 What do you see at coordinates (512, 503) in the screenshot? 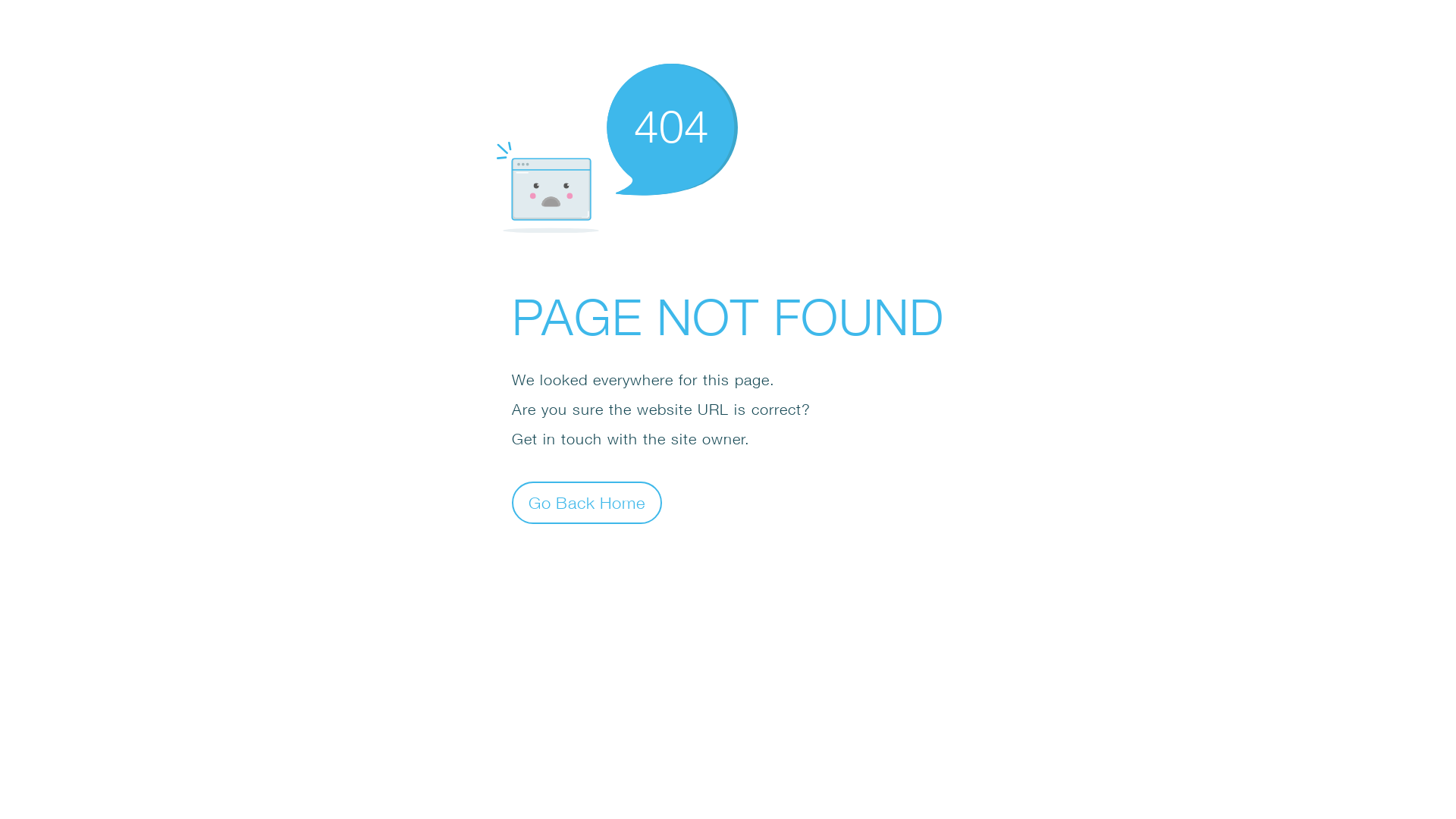
I see `'Go Back Home'` at bounding box center [512, 503].